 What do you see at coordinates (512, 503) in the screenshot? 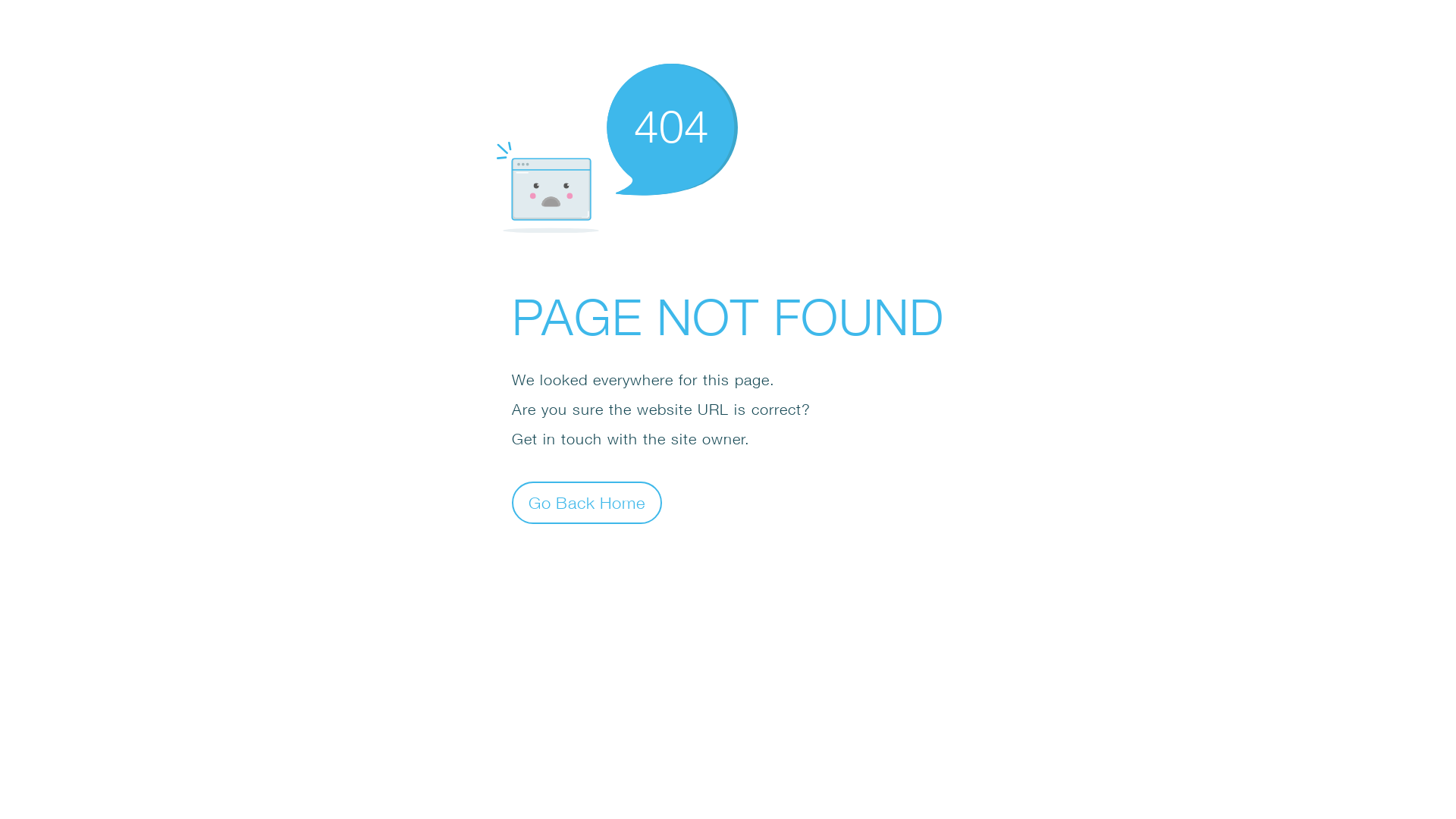
I see `'Go Back Home'` at bounding box center [512, 503].